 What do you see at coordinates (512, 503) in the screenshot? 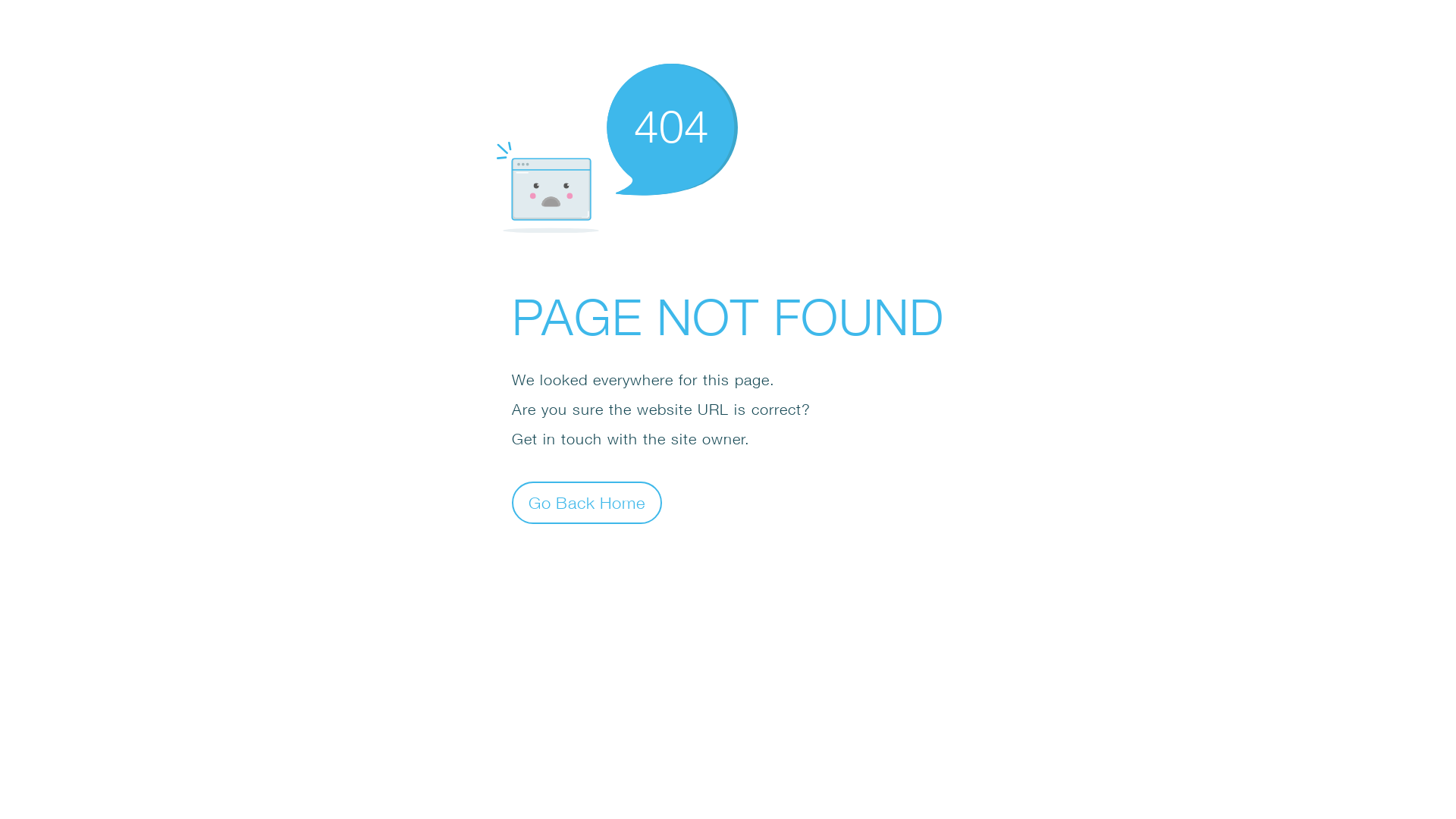
I see `'Go Back Home'` at bounding box center [512, 503].